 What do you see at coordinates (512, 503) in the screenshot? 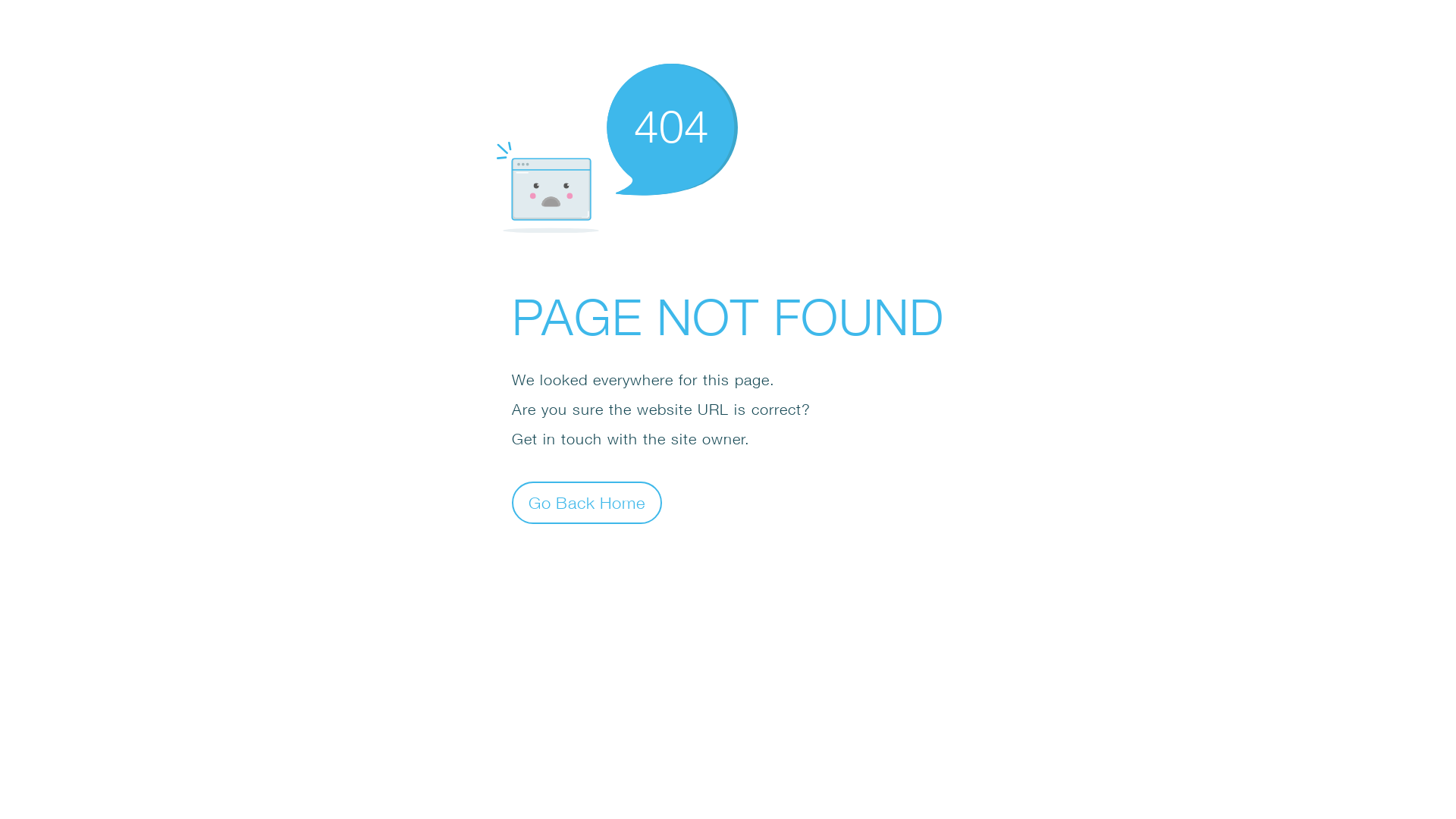
I see `'Go Back Home'` at bounding box center [512, 503].